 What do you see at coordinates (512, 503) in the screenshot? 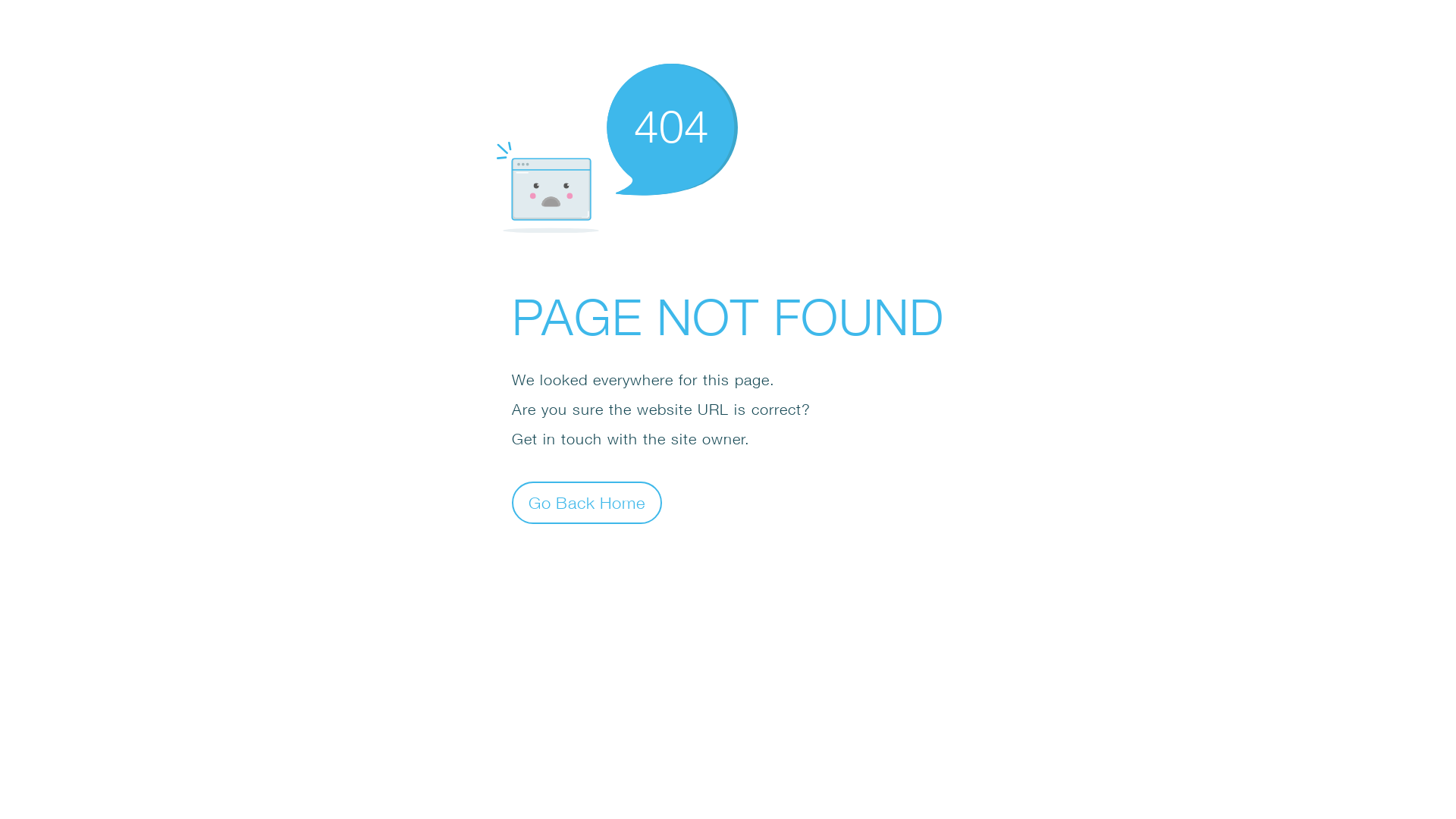
I see `'Go Back Home'` at bounding box center [512, 503].